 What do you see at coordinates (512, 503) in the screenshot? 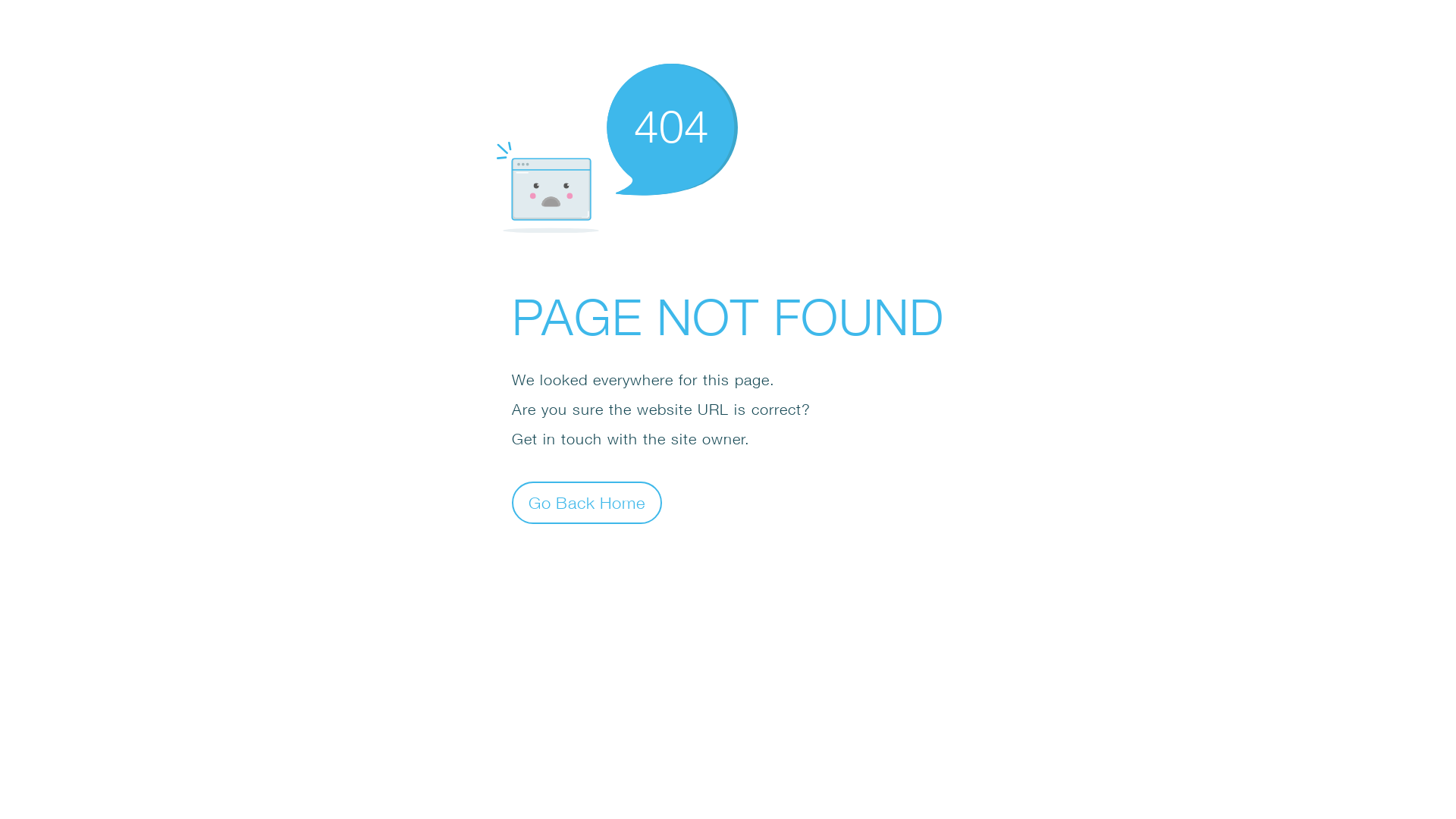
I see `'Go Back Home'` at bounding box center [512, 503].